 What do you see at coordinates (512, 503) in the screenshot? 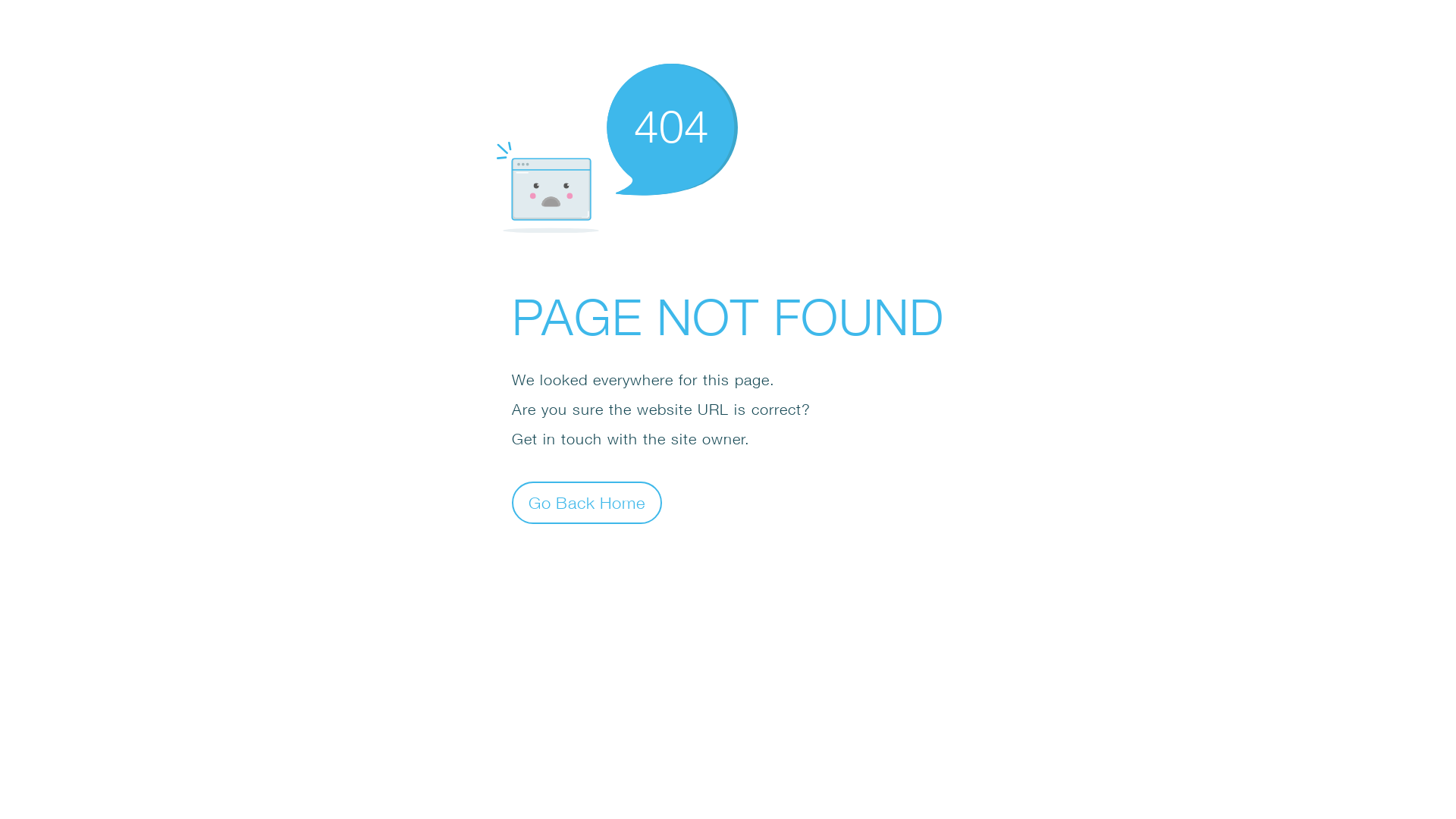
I see `'Go Back Home'` at bounding box center [512, 503].